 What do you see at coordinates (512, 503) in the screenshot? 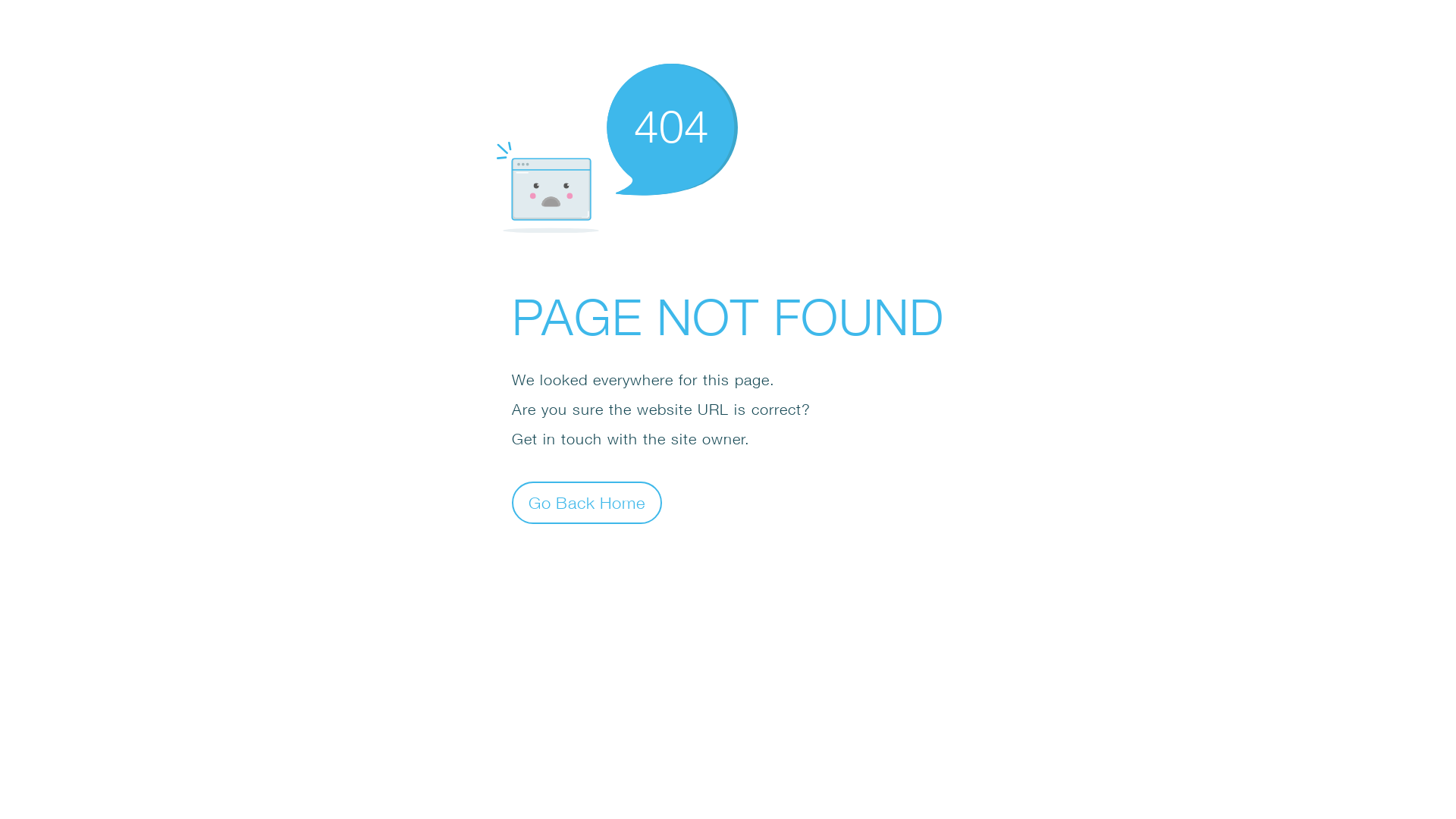
I see `'Go Back Home'` at bounding box center [512, 503].